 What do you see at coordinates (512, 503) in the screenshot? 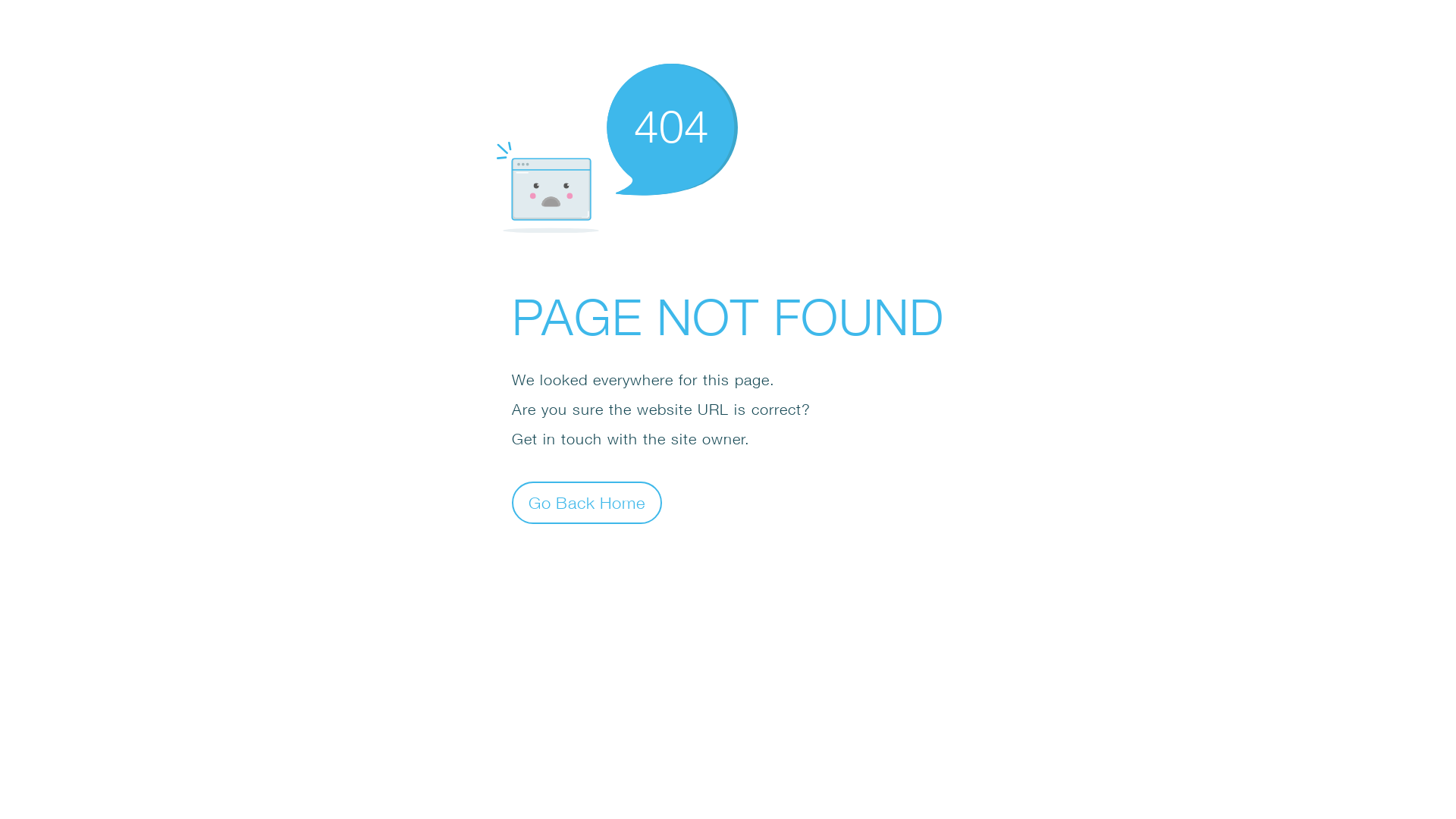
I see `'Go Back Home'` at bounding box center [512, 503].